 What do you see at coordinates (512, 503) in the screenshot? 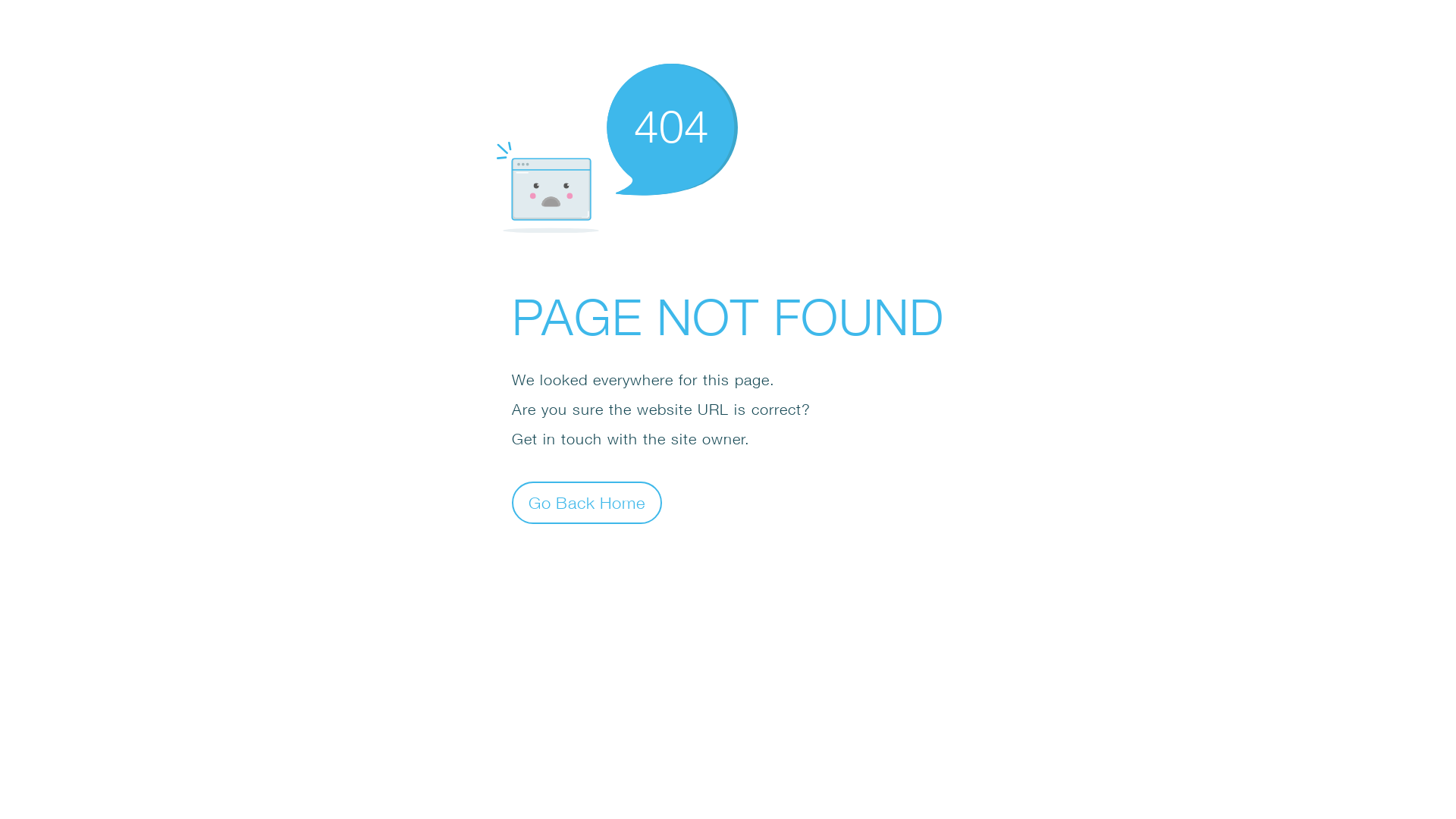
I see `'Go Back Home'` at bounding box center [512, 503].